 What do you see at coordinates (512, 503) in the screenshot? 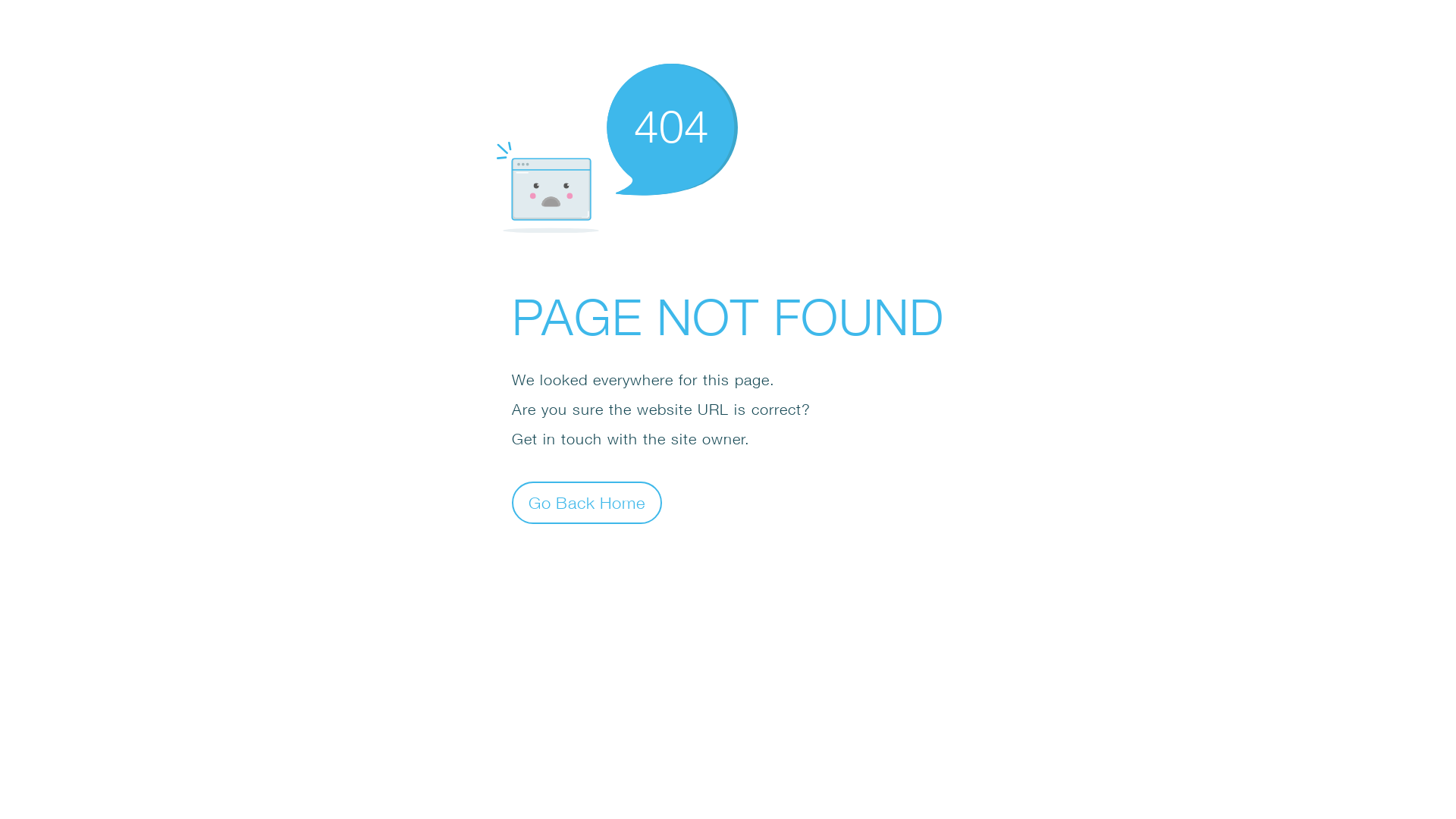
I see `'Go Back Home'` at bounding box center [512, 503].